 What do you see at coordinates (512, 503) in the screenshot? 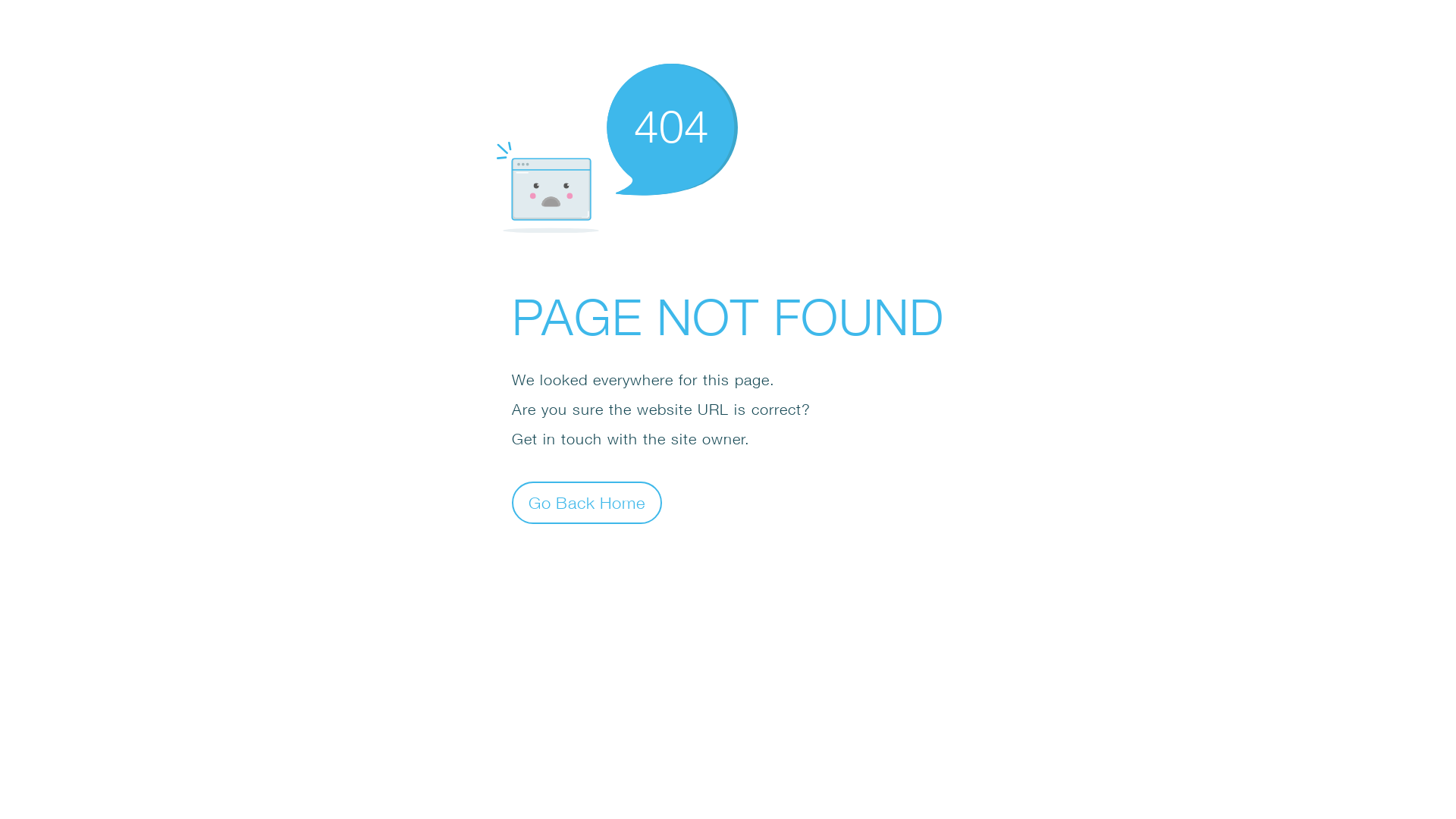
I see `'Go Back Home'` at bounding box center [512, 503].